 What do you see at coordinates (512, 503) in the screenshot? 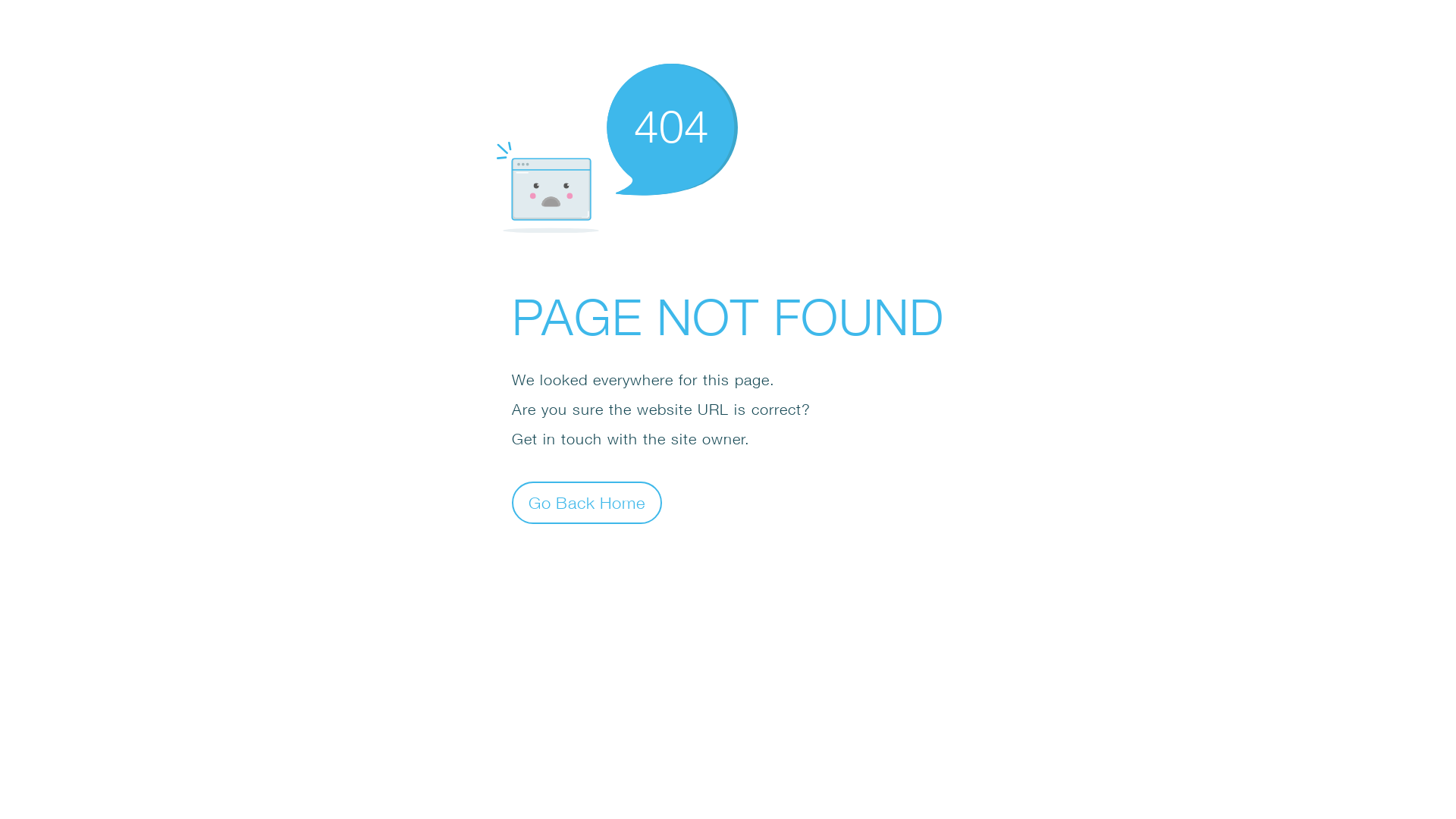
I see `'Go Back Home'` at bounding box center [512, 503].